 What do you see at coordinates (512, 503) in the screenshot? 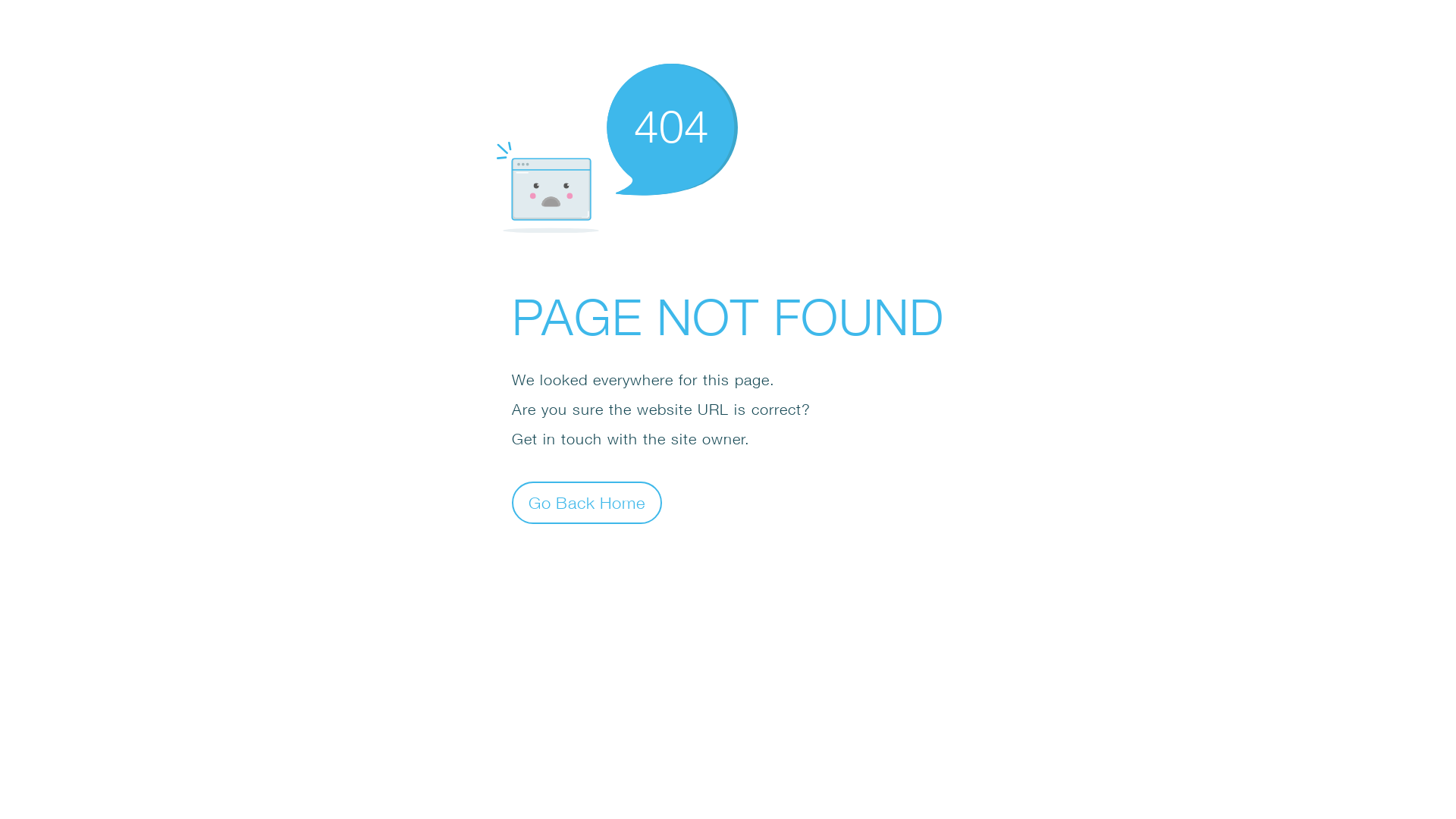
I see `'Go Back Home'` at bounding box center [512, 503].